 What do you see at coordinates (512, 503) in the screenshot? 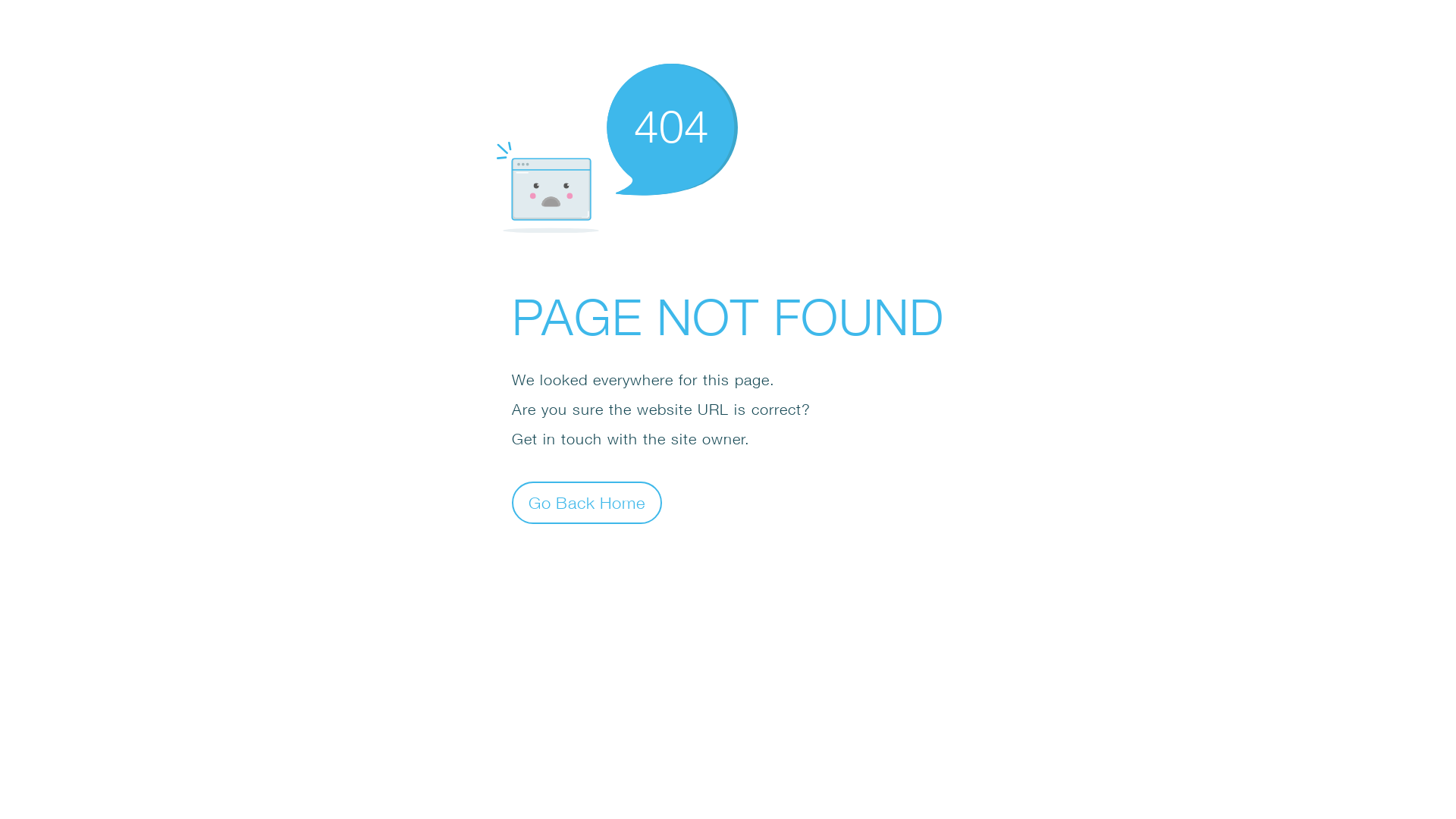
I see `'Go Back Home'` at bounding box center [512, 503].